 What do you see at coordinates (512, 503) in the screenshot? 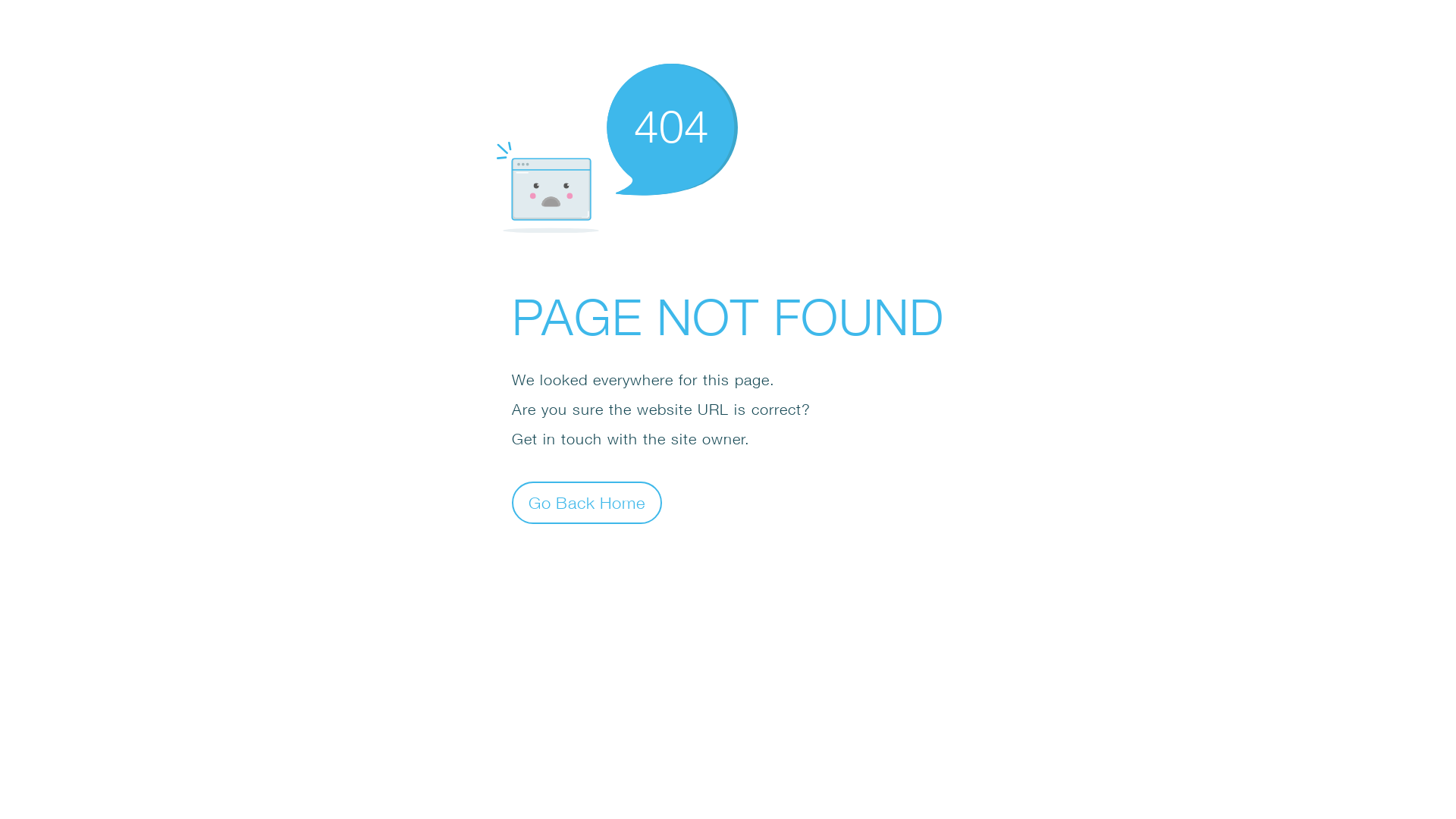
I see `'Go Back Home'` at bounding box center [512, 503].